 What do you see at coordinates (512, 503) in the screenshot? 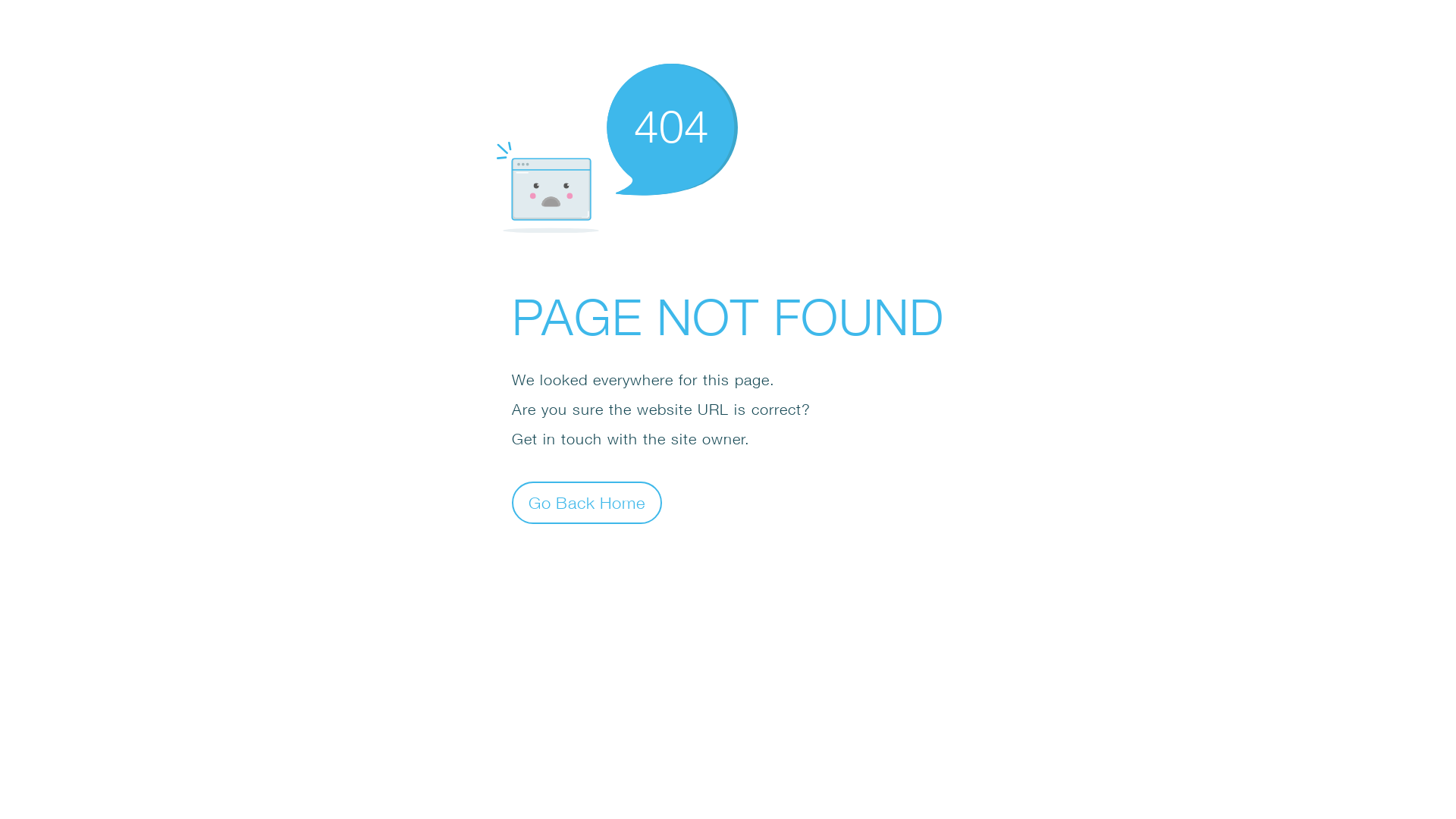
I see `'Go Back Home'` at bounding box center [512, 503].